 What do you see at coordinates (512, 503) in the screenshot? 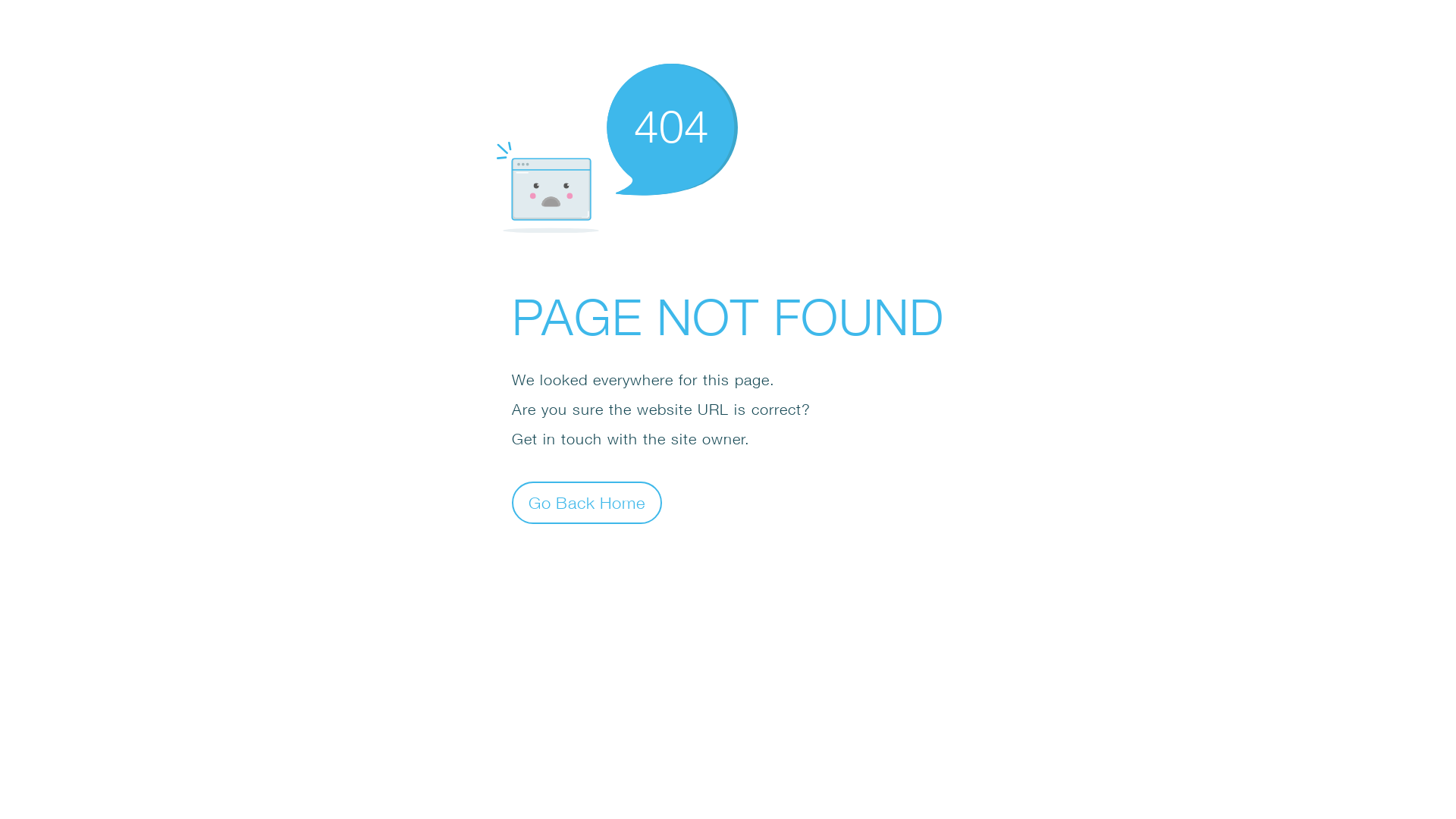
I see `'Go Back Home'` at bounding box center [512, 503].